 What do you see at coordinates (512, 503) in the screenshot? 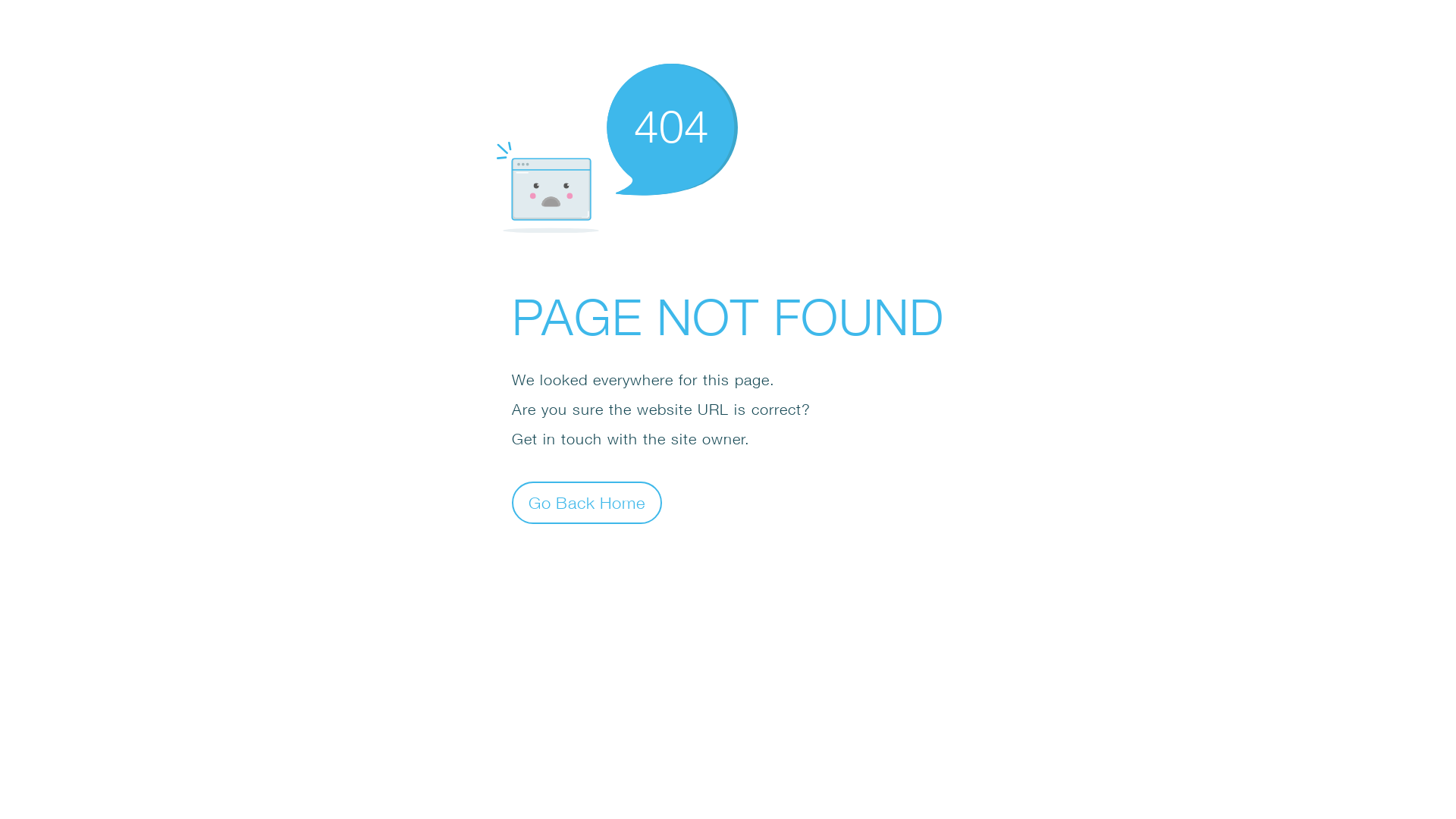
I see `'Go Back Home'` at bounding box center [512, 503].